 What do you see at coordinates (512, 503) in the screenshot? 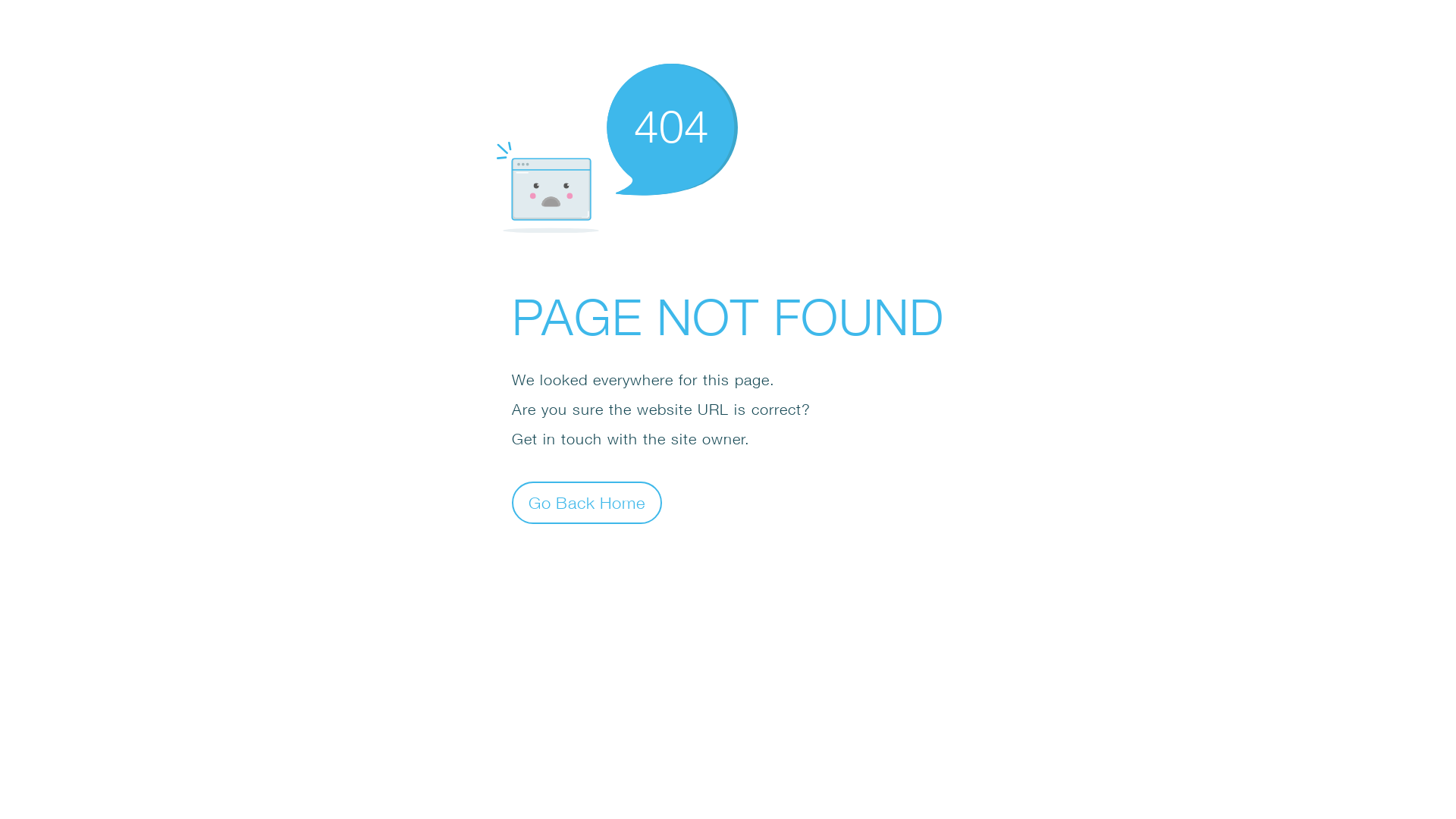
I see `'Go Back Home'` at bounding box center [512, 503].